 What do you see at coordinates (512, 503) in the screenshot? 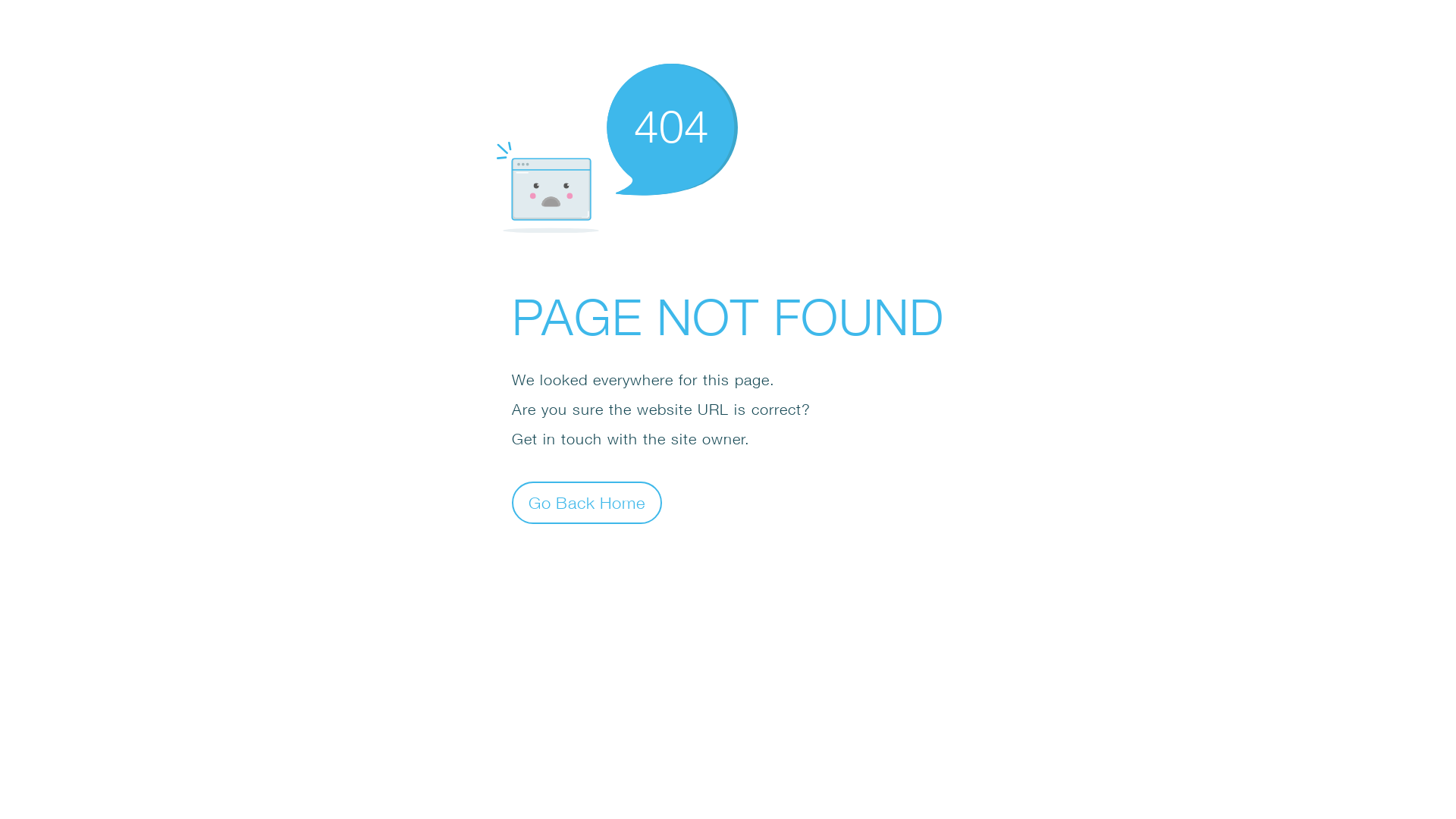
I see `'Go Back Home'` at bounding box center [512, 503].